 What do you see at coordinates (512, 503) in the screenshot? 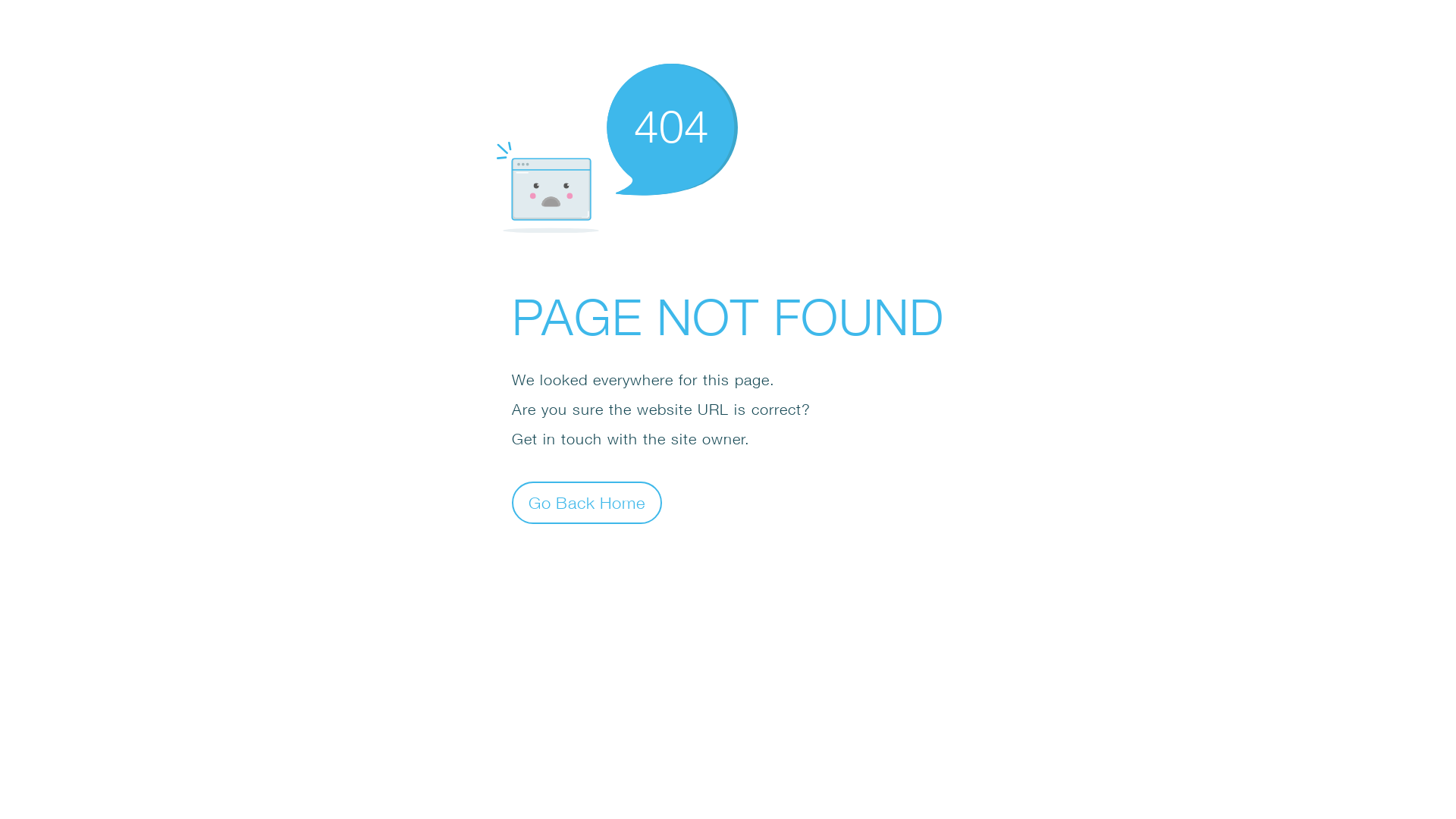
I see `'Go Back Home'` at bounding box center [512, 503].